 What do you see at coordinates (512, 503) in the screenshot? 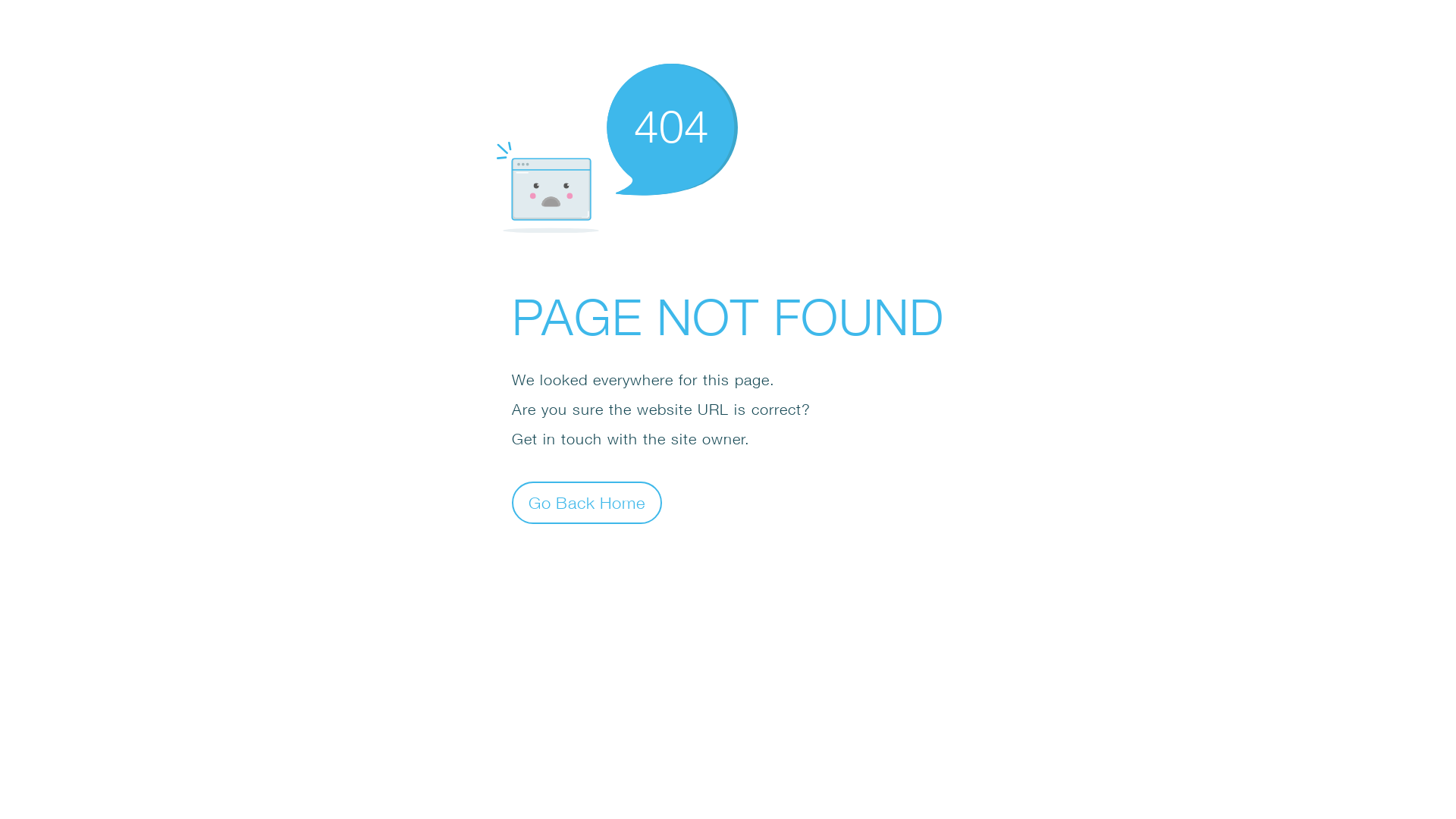
I see `'Go Back Home'` at bounding box center [512, 503].